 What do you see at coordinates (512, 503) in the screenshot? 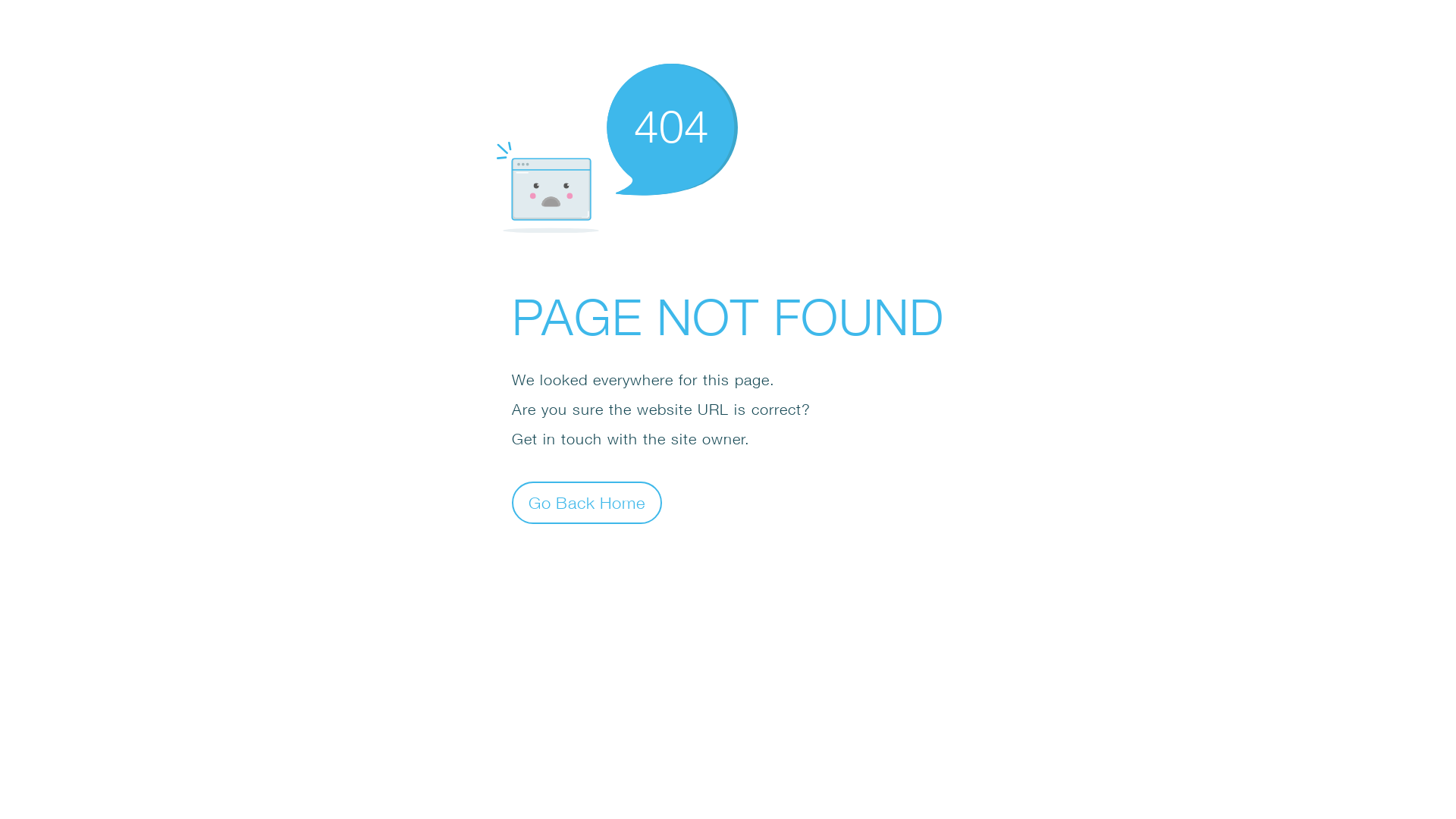
I see `'Go Back Home'` at bounding box center [512, 503].